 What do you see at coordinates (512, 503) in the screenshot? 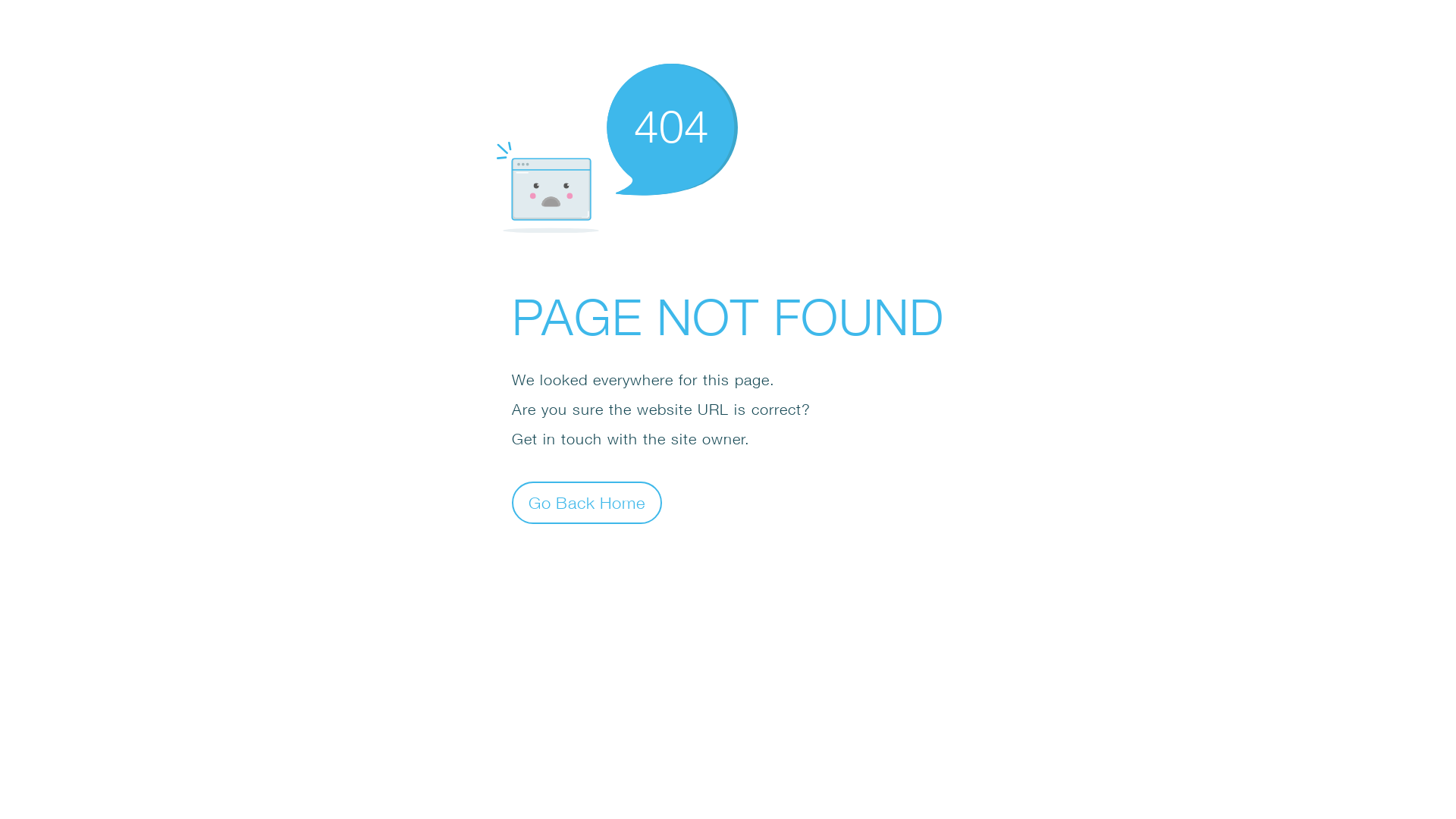
I see `'Go Back Home'` at bounding box center [512, 503].